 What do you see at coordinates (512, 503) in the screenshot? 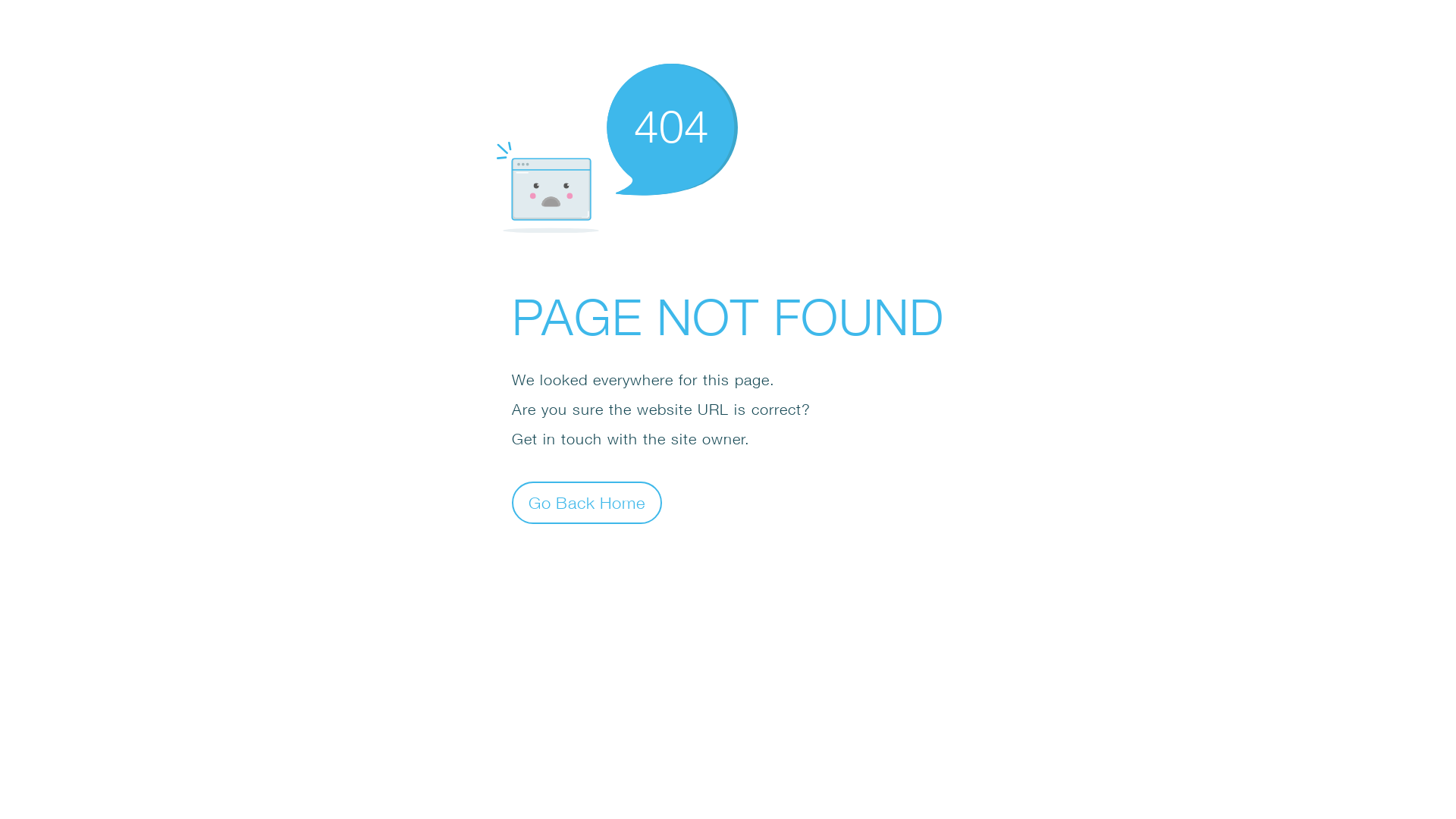
I see `'Go Back Home'` at bounding box center [512, 503].